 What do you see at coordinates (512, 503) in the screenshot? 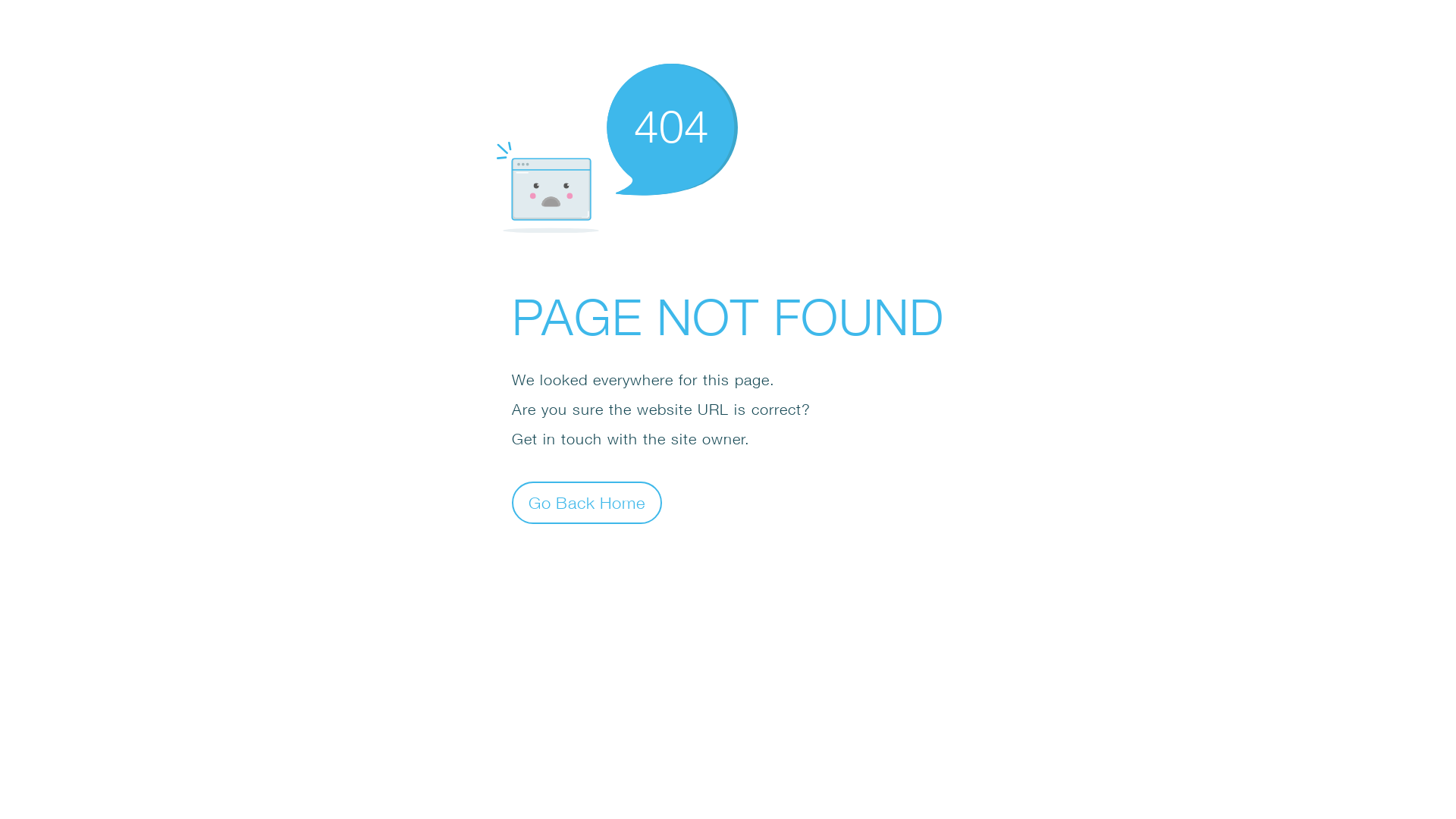
I see `'Go Back Home'` at bounding box center [512, 503].